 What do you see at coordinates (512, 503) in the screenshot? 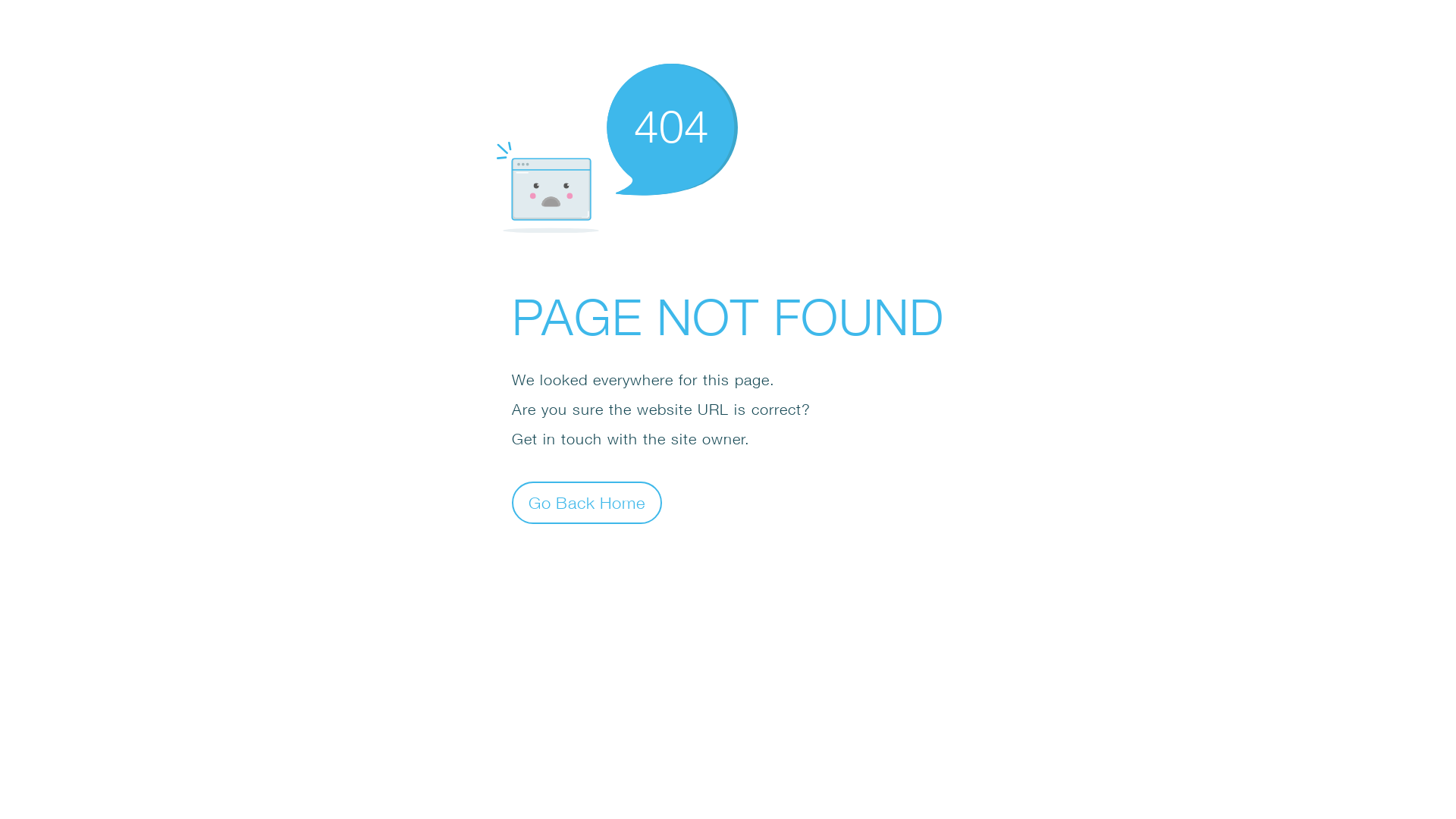
I see `'Go Back Home'` at bounding box center [512, 503].